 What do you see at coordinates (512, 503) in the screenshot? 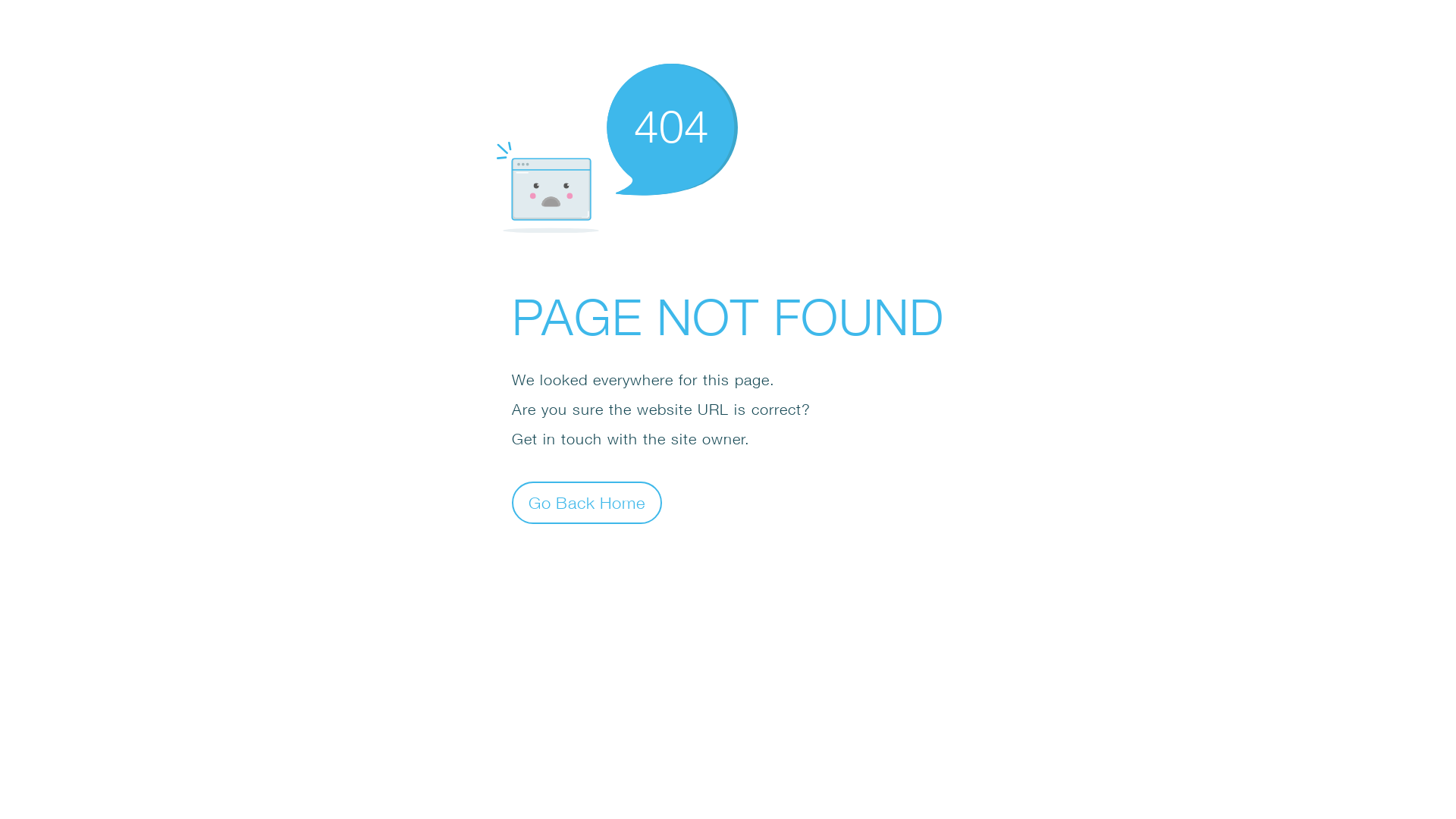
I see `'Go Back Home'` at bounding box center [512, 503].